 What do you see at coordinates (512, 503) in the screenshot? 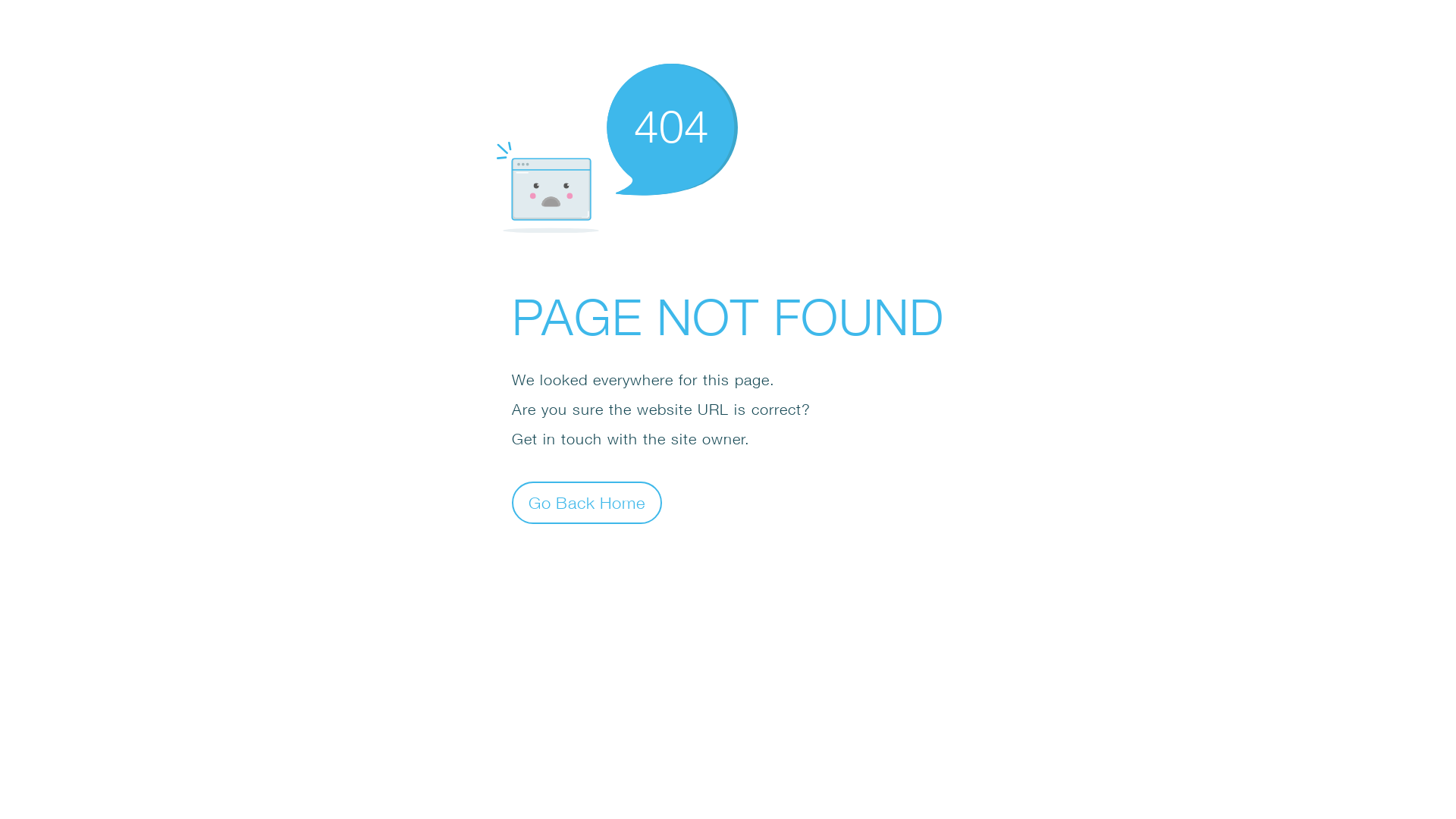
I see `'Go Back Home'` at bounding box center [512, 503].